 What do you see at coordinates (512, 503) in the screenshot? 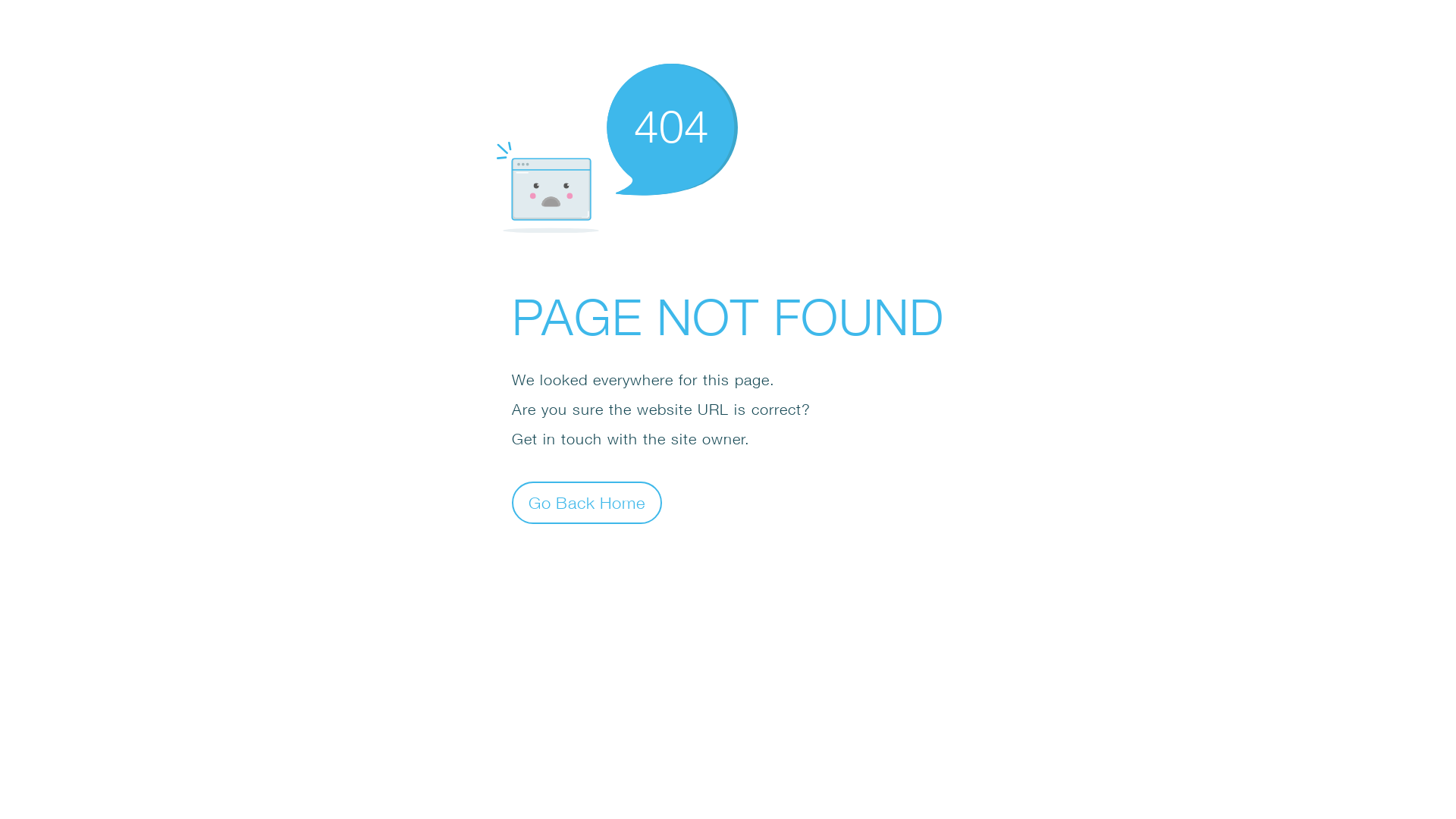
I see `'Go Back Home'` at bounding box center [512, 503].